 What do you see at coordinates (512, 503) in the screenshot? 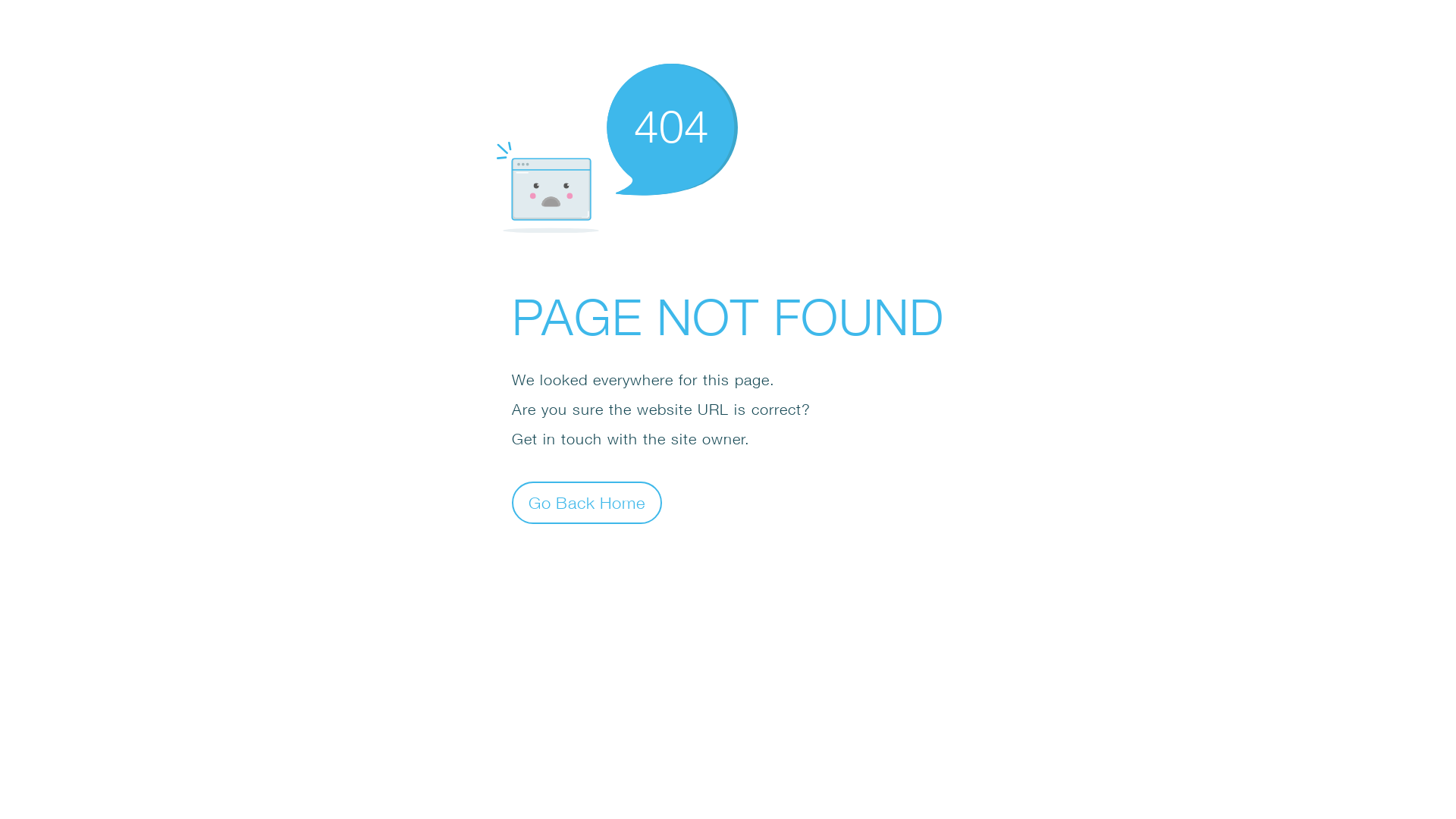
I see `'Go Back Home'` at bounding box center [512, 503].